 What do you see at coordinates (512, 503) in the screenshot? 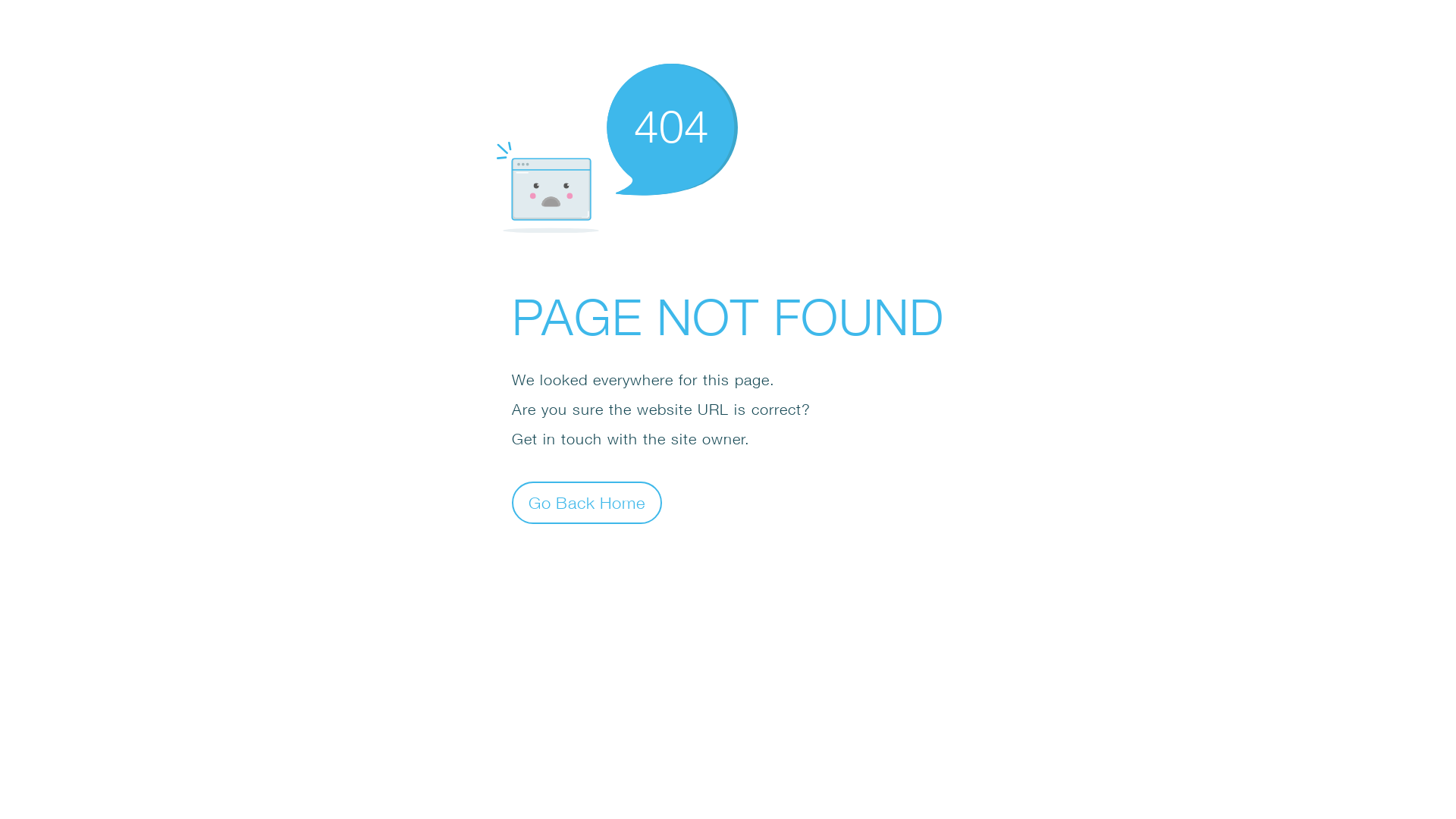
I see `'Go Back Home'` at bounding box center [512, 503].